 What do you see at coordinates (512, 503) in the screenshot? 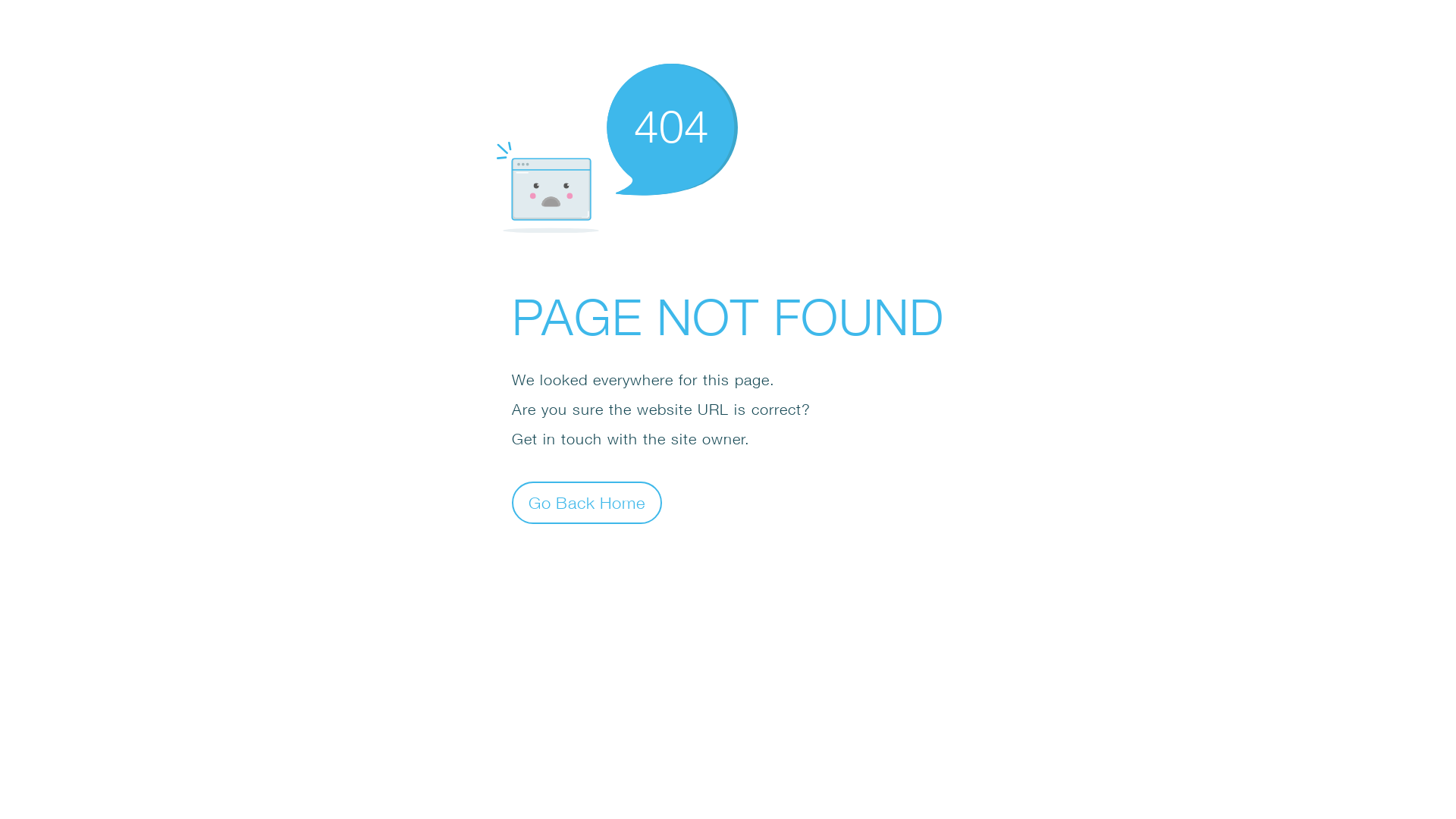
I see `'Go Back Home'` at bounding box center [512, 503].